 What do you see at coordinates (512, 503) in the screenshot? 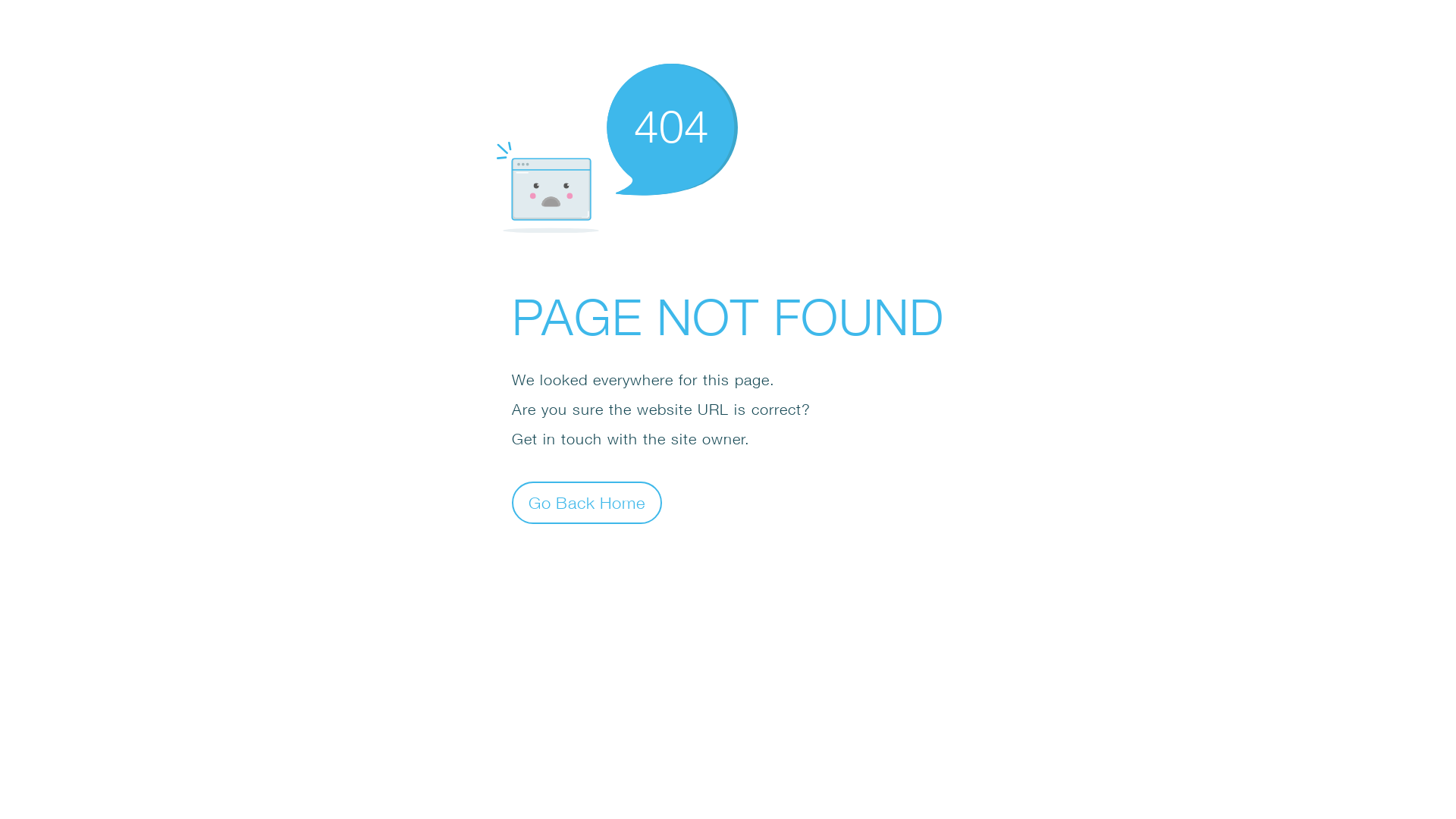
I see `'Go Back Home'` at bounding box center [512, 503].